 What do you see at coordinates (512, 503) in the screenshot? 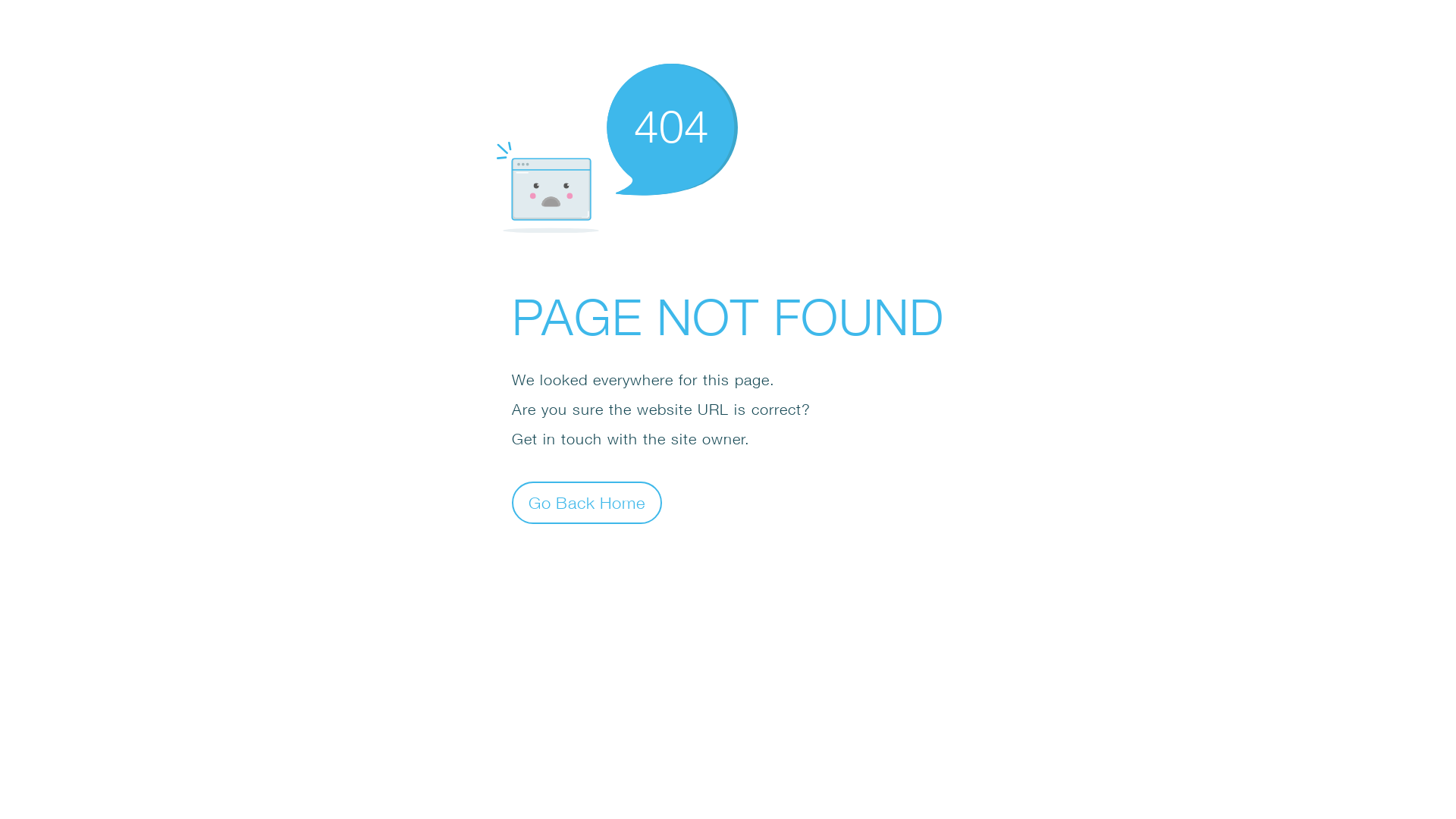
I see `'Go Back Home'` at bounding box center [512, 503].